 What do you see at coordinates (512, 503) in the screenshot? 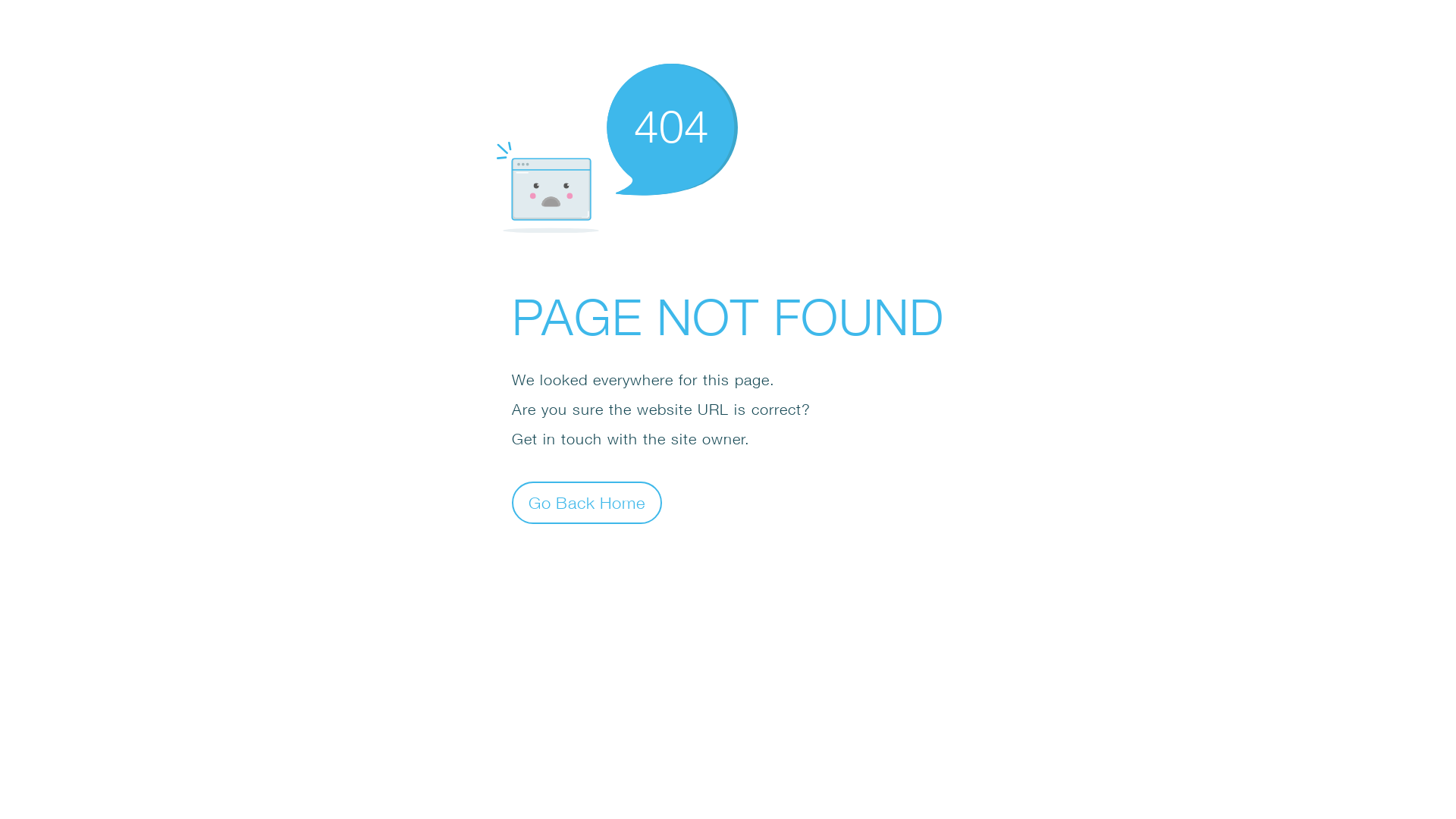
I see `'Go Back Home'` at bounding box center [512, 503].